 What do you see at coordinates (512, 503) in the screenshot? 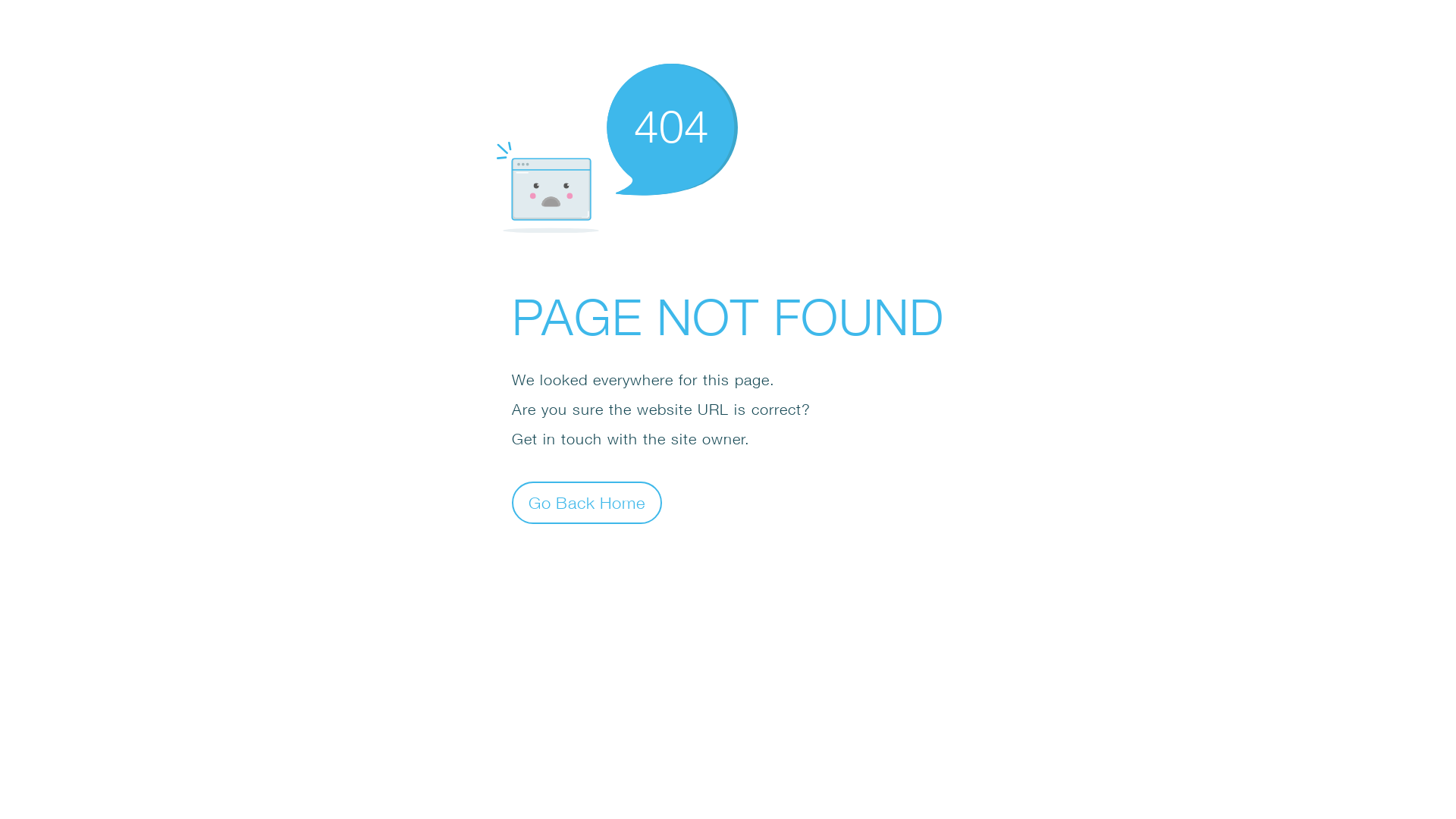
I see `'Go Back Home'` at bounding box center [512, 503].